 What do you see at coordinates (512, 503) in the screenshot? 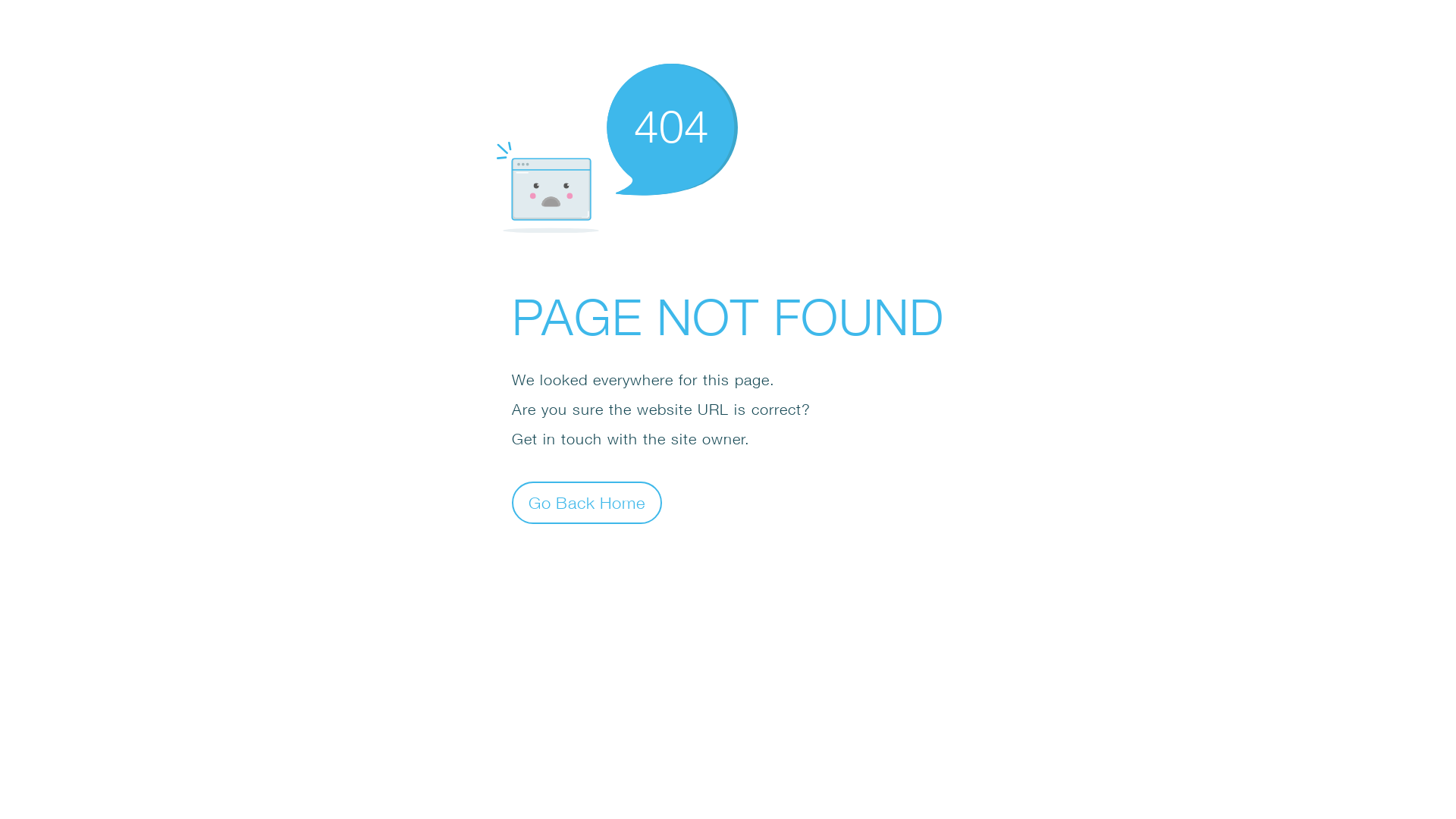
I see `'Go Back Home'` at bounding box center [512, 503].